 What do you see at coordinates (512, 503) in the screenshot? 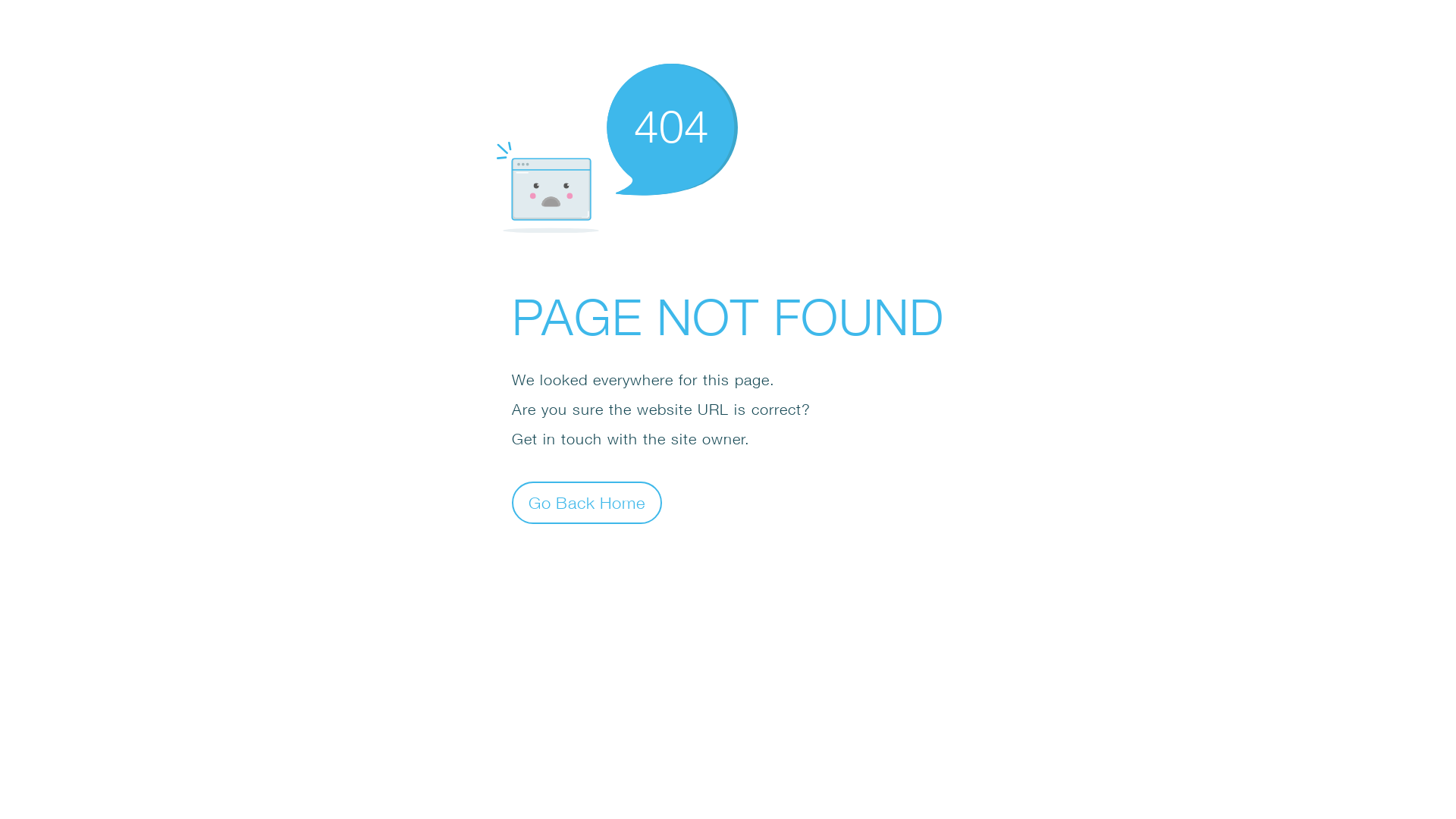
I see `'Go Back Home'` at bounding box center [512, 503].